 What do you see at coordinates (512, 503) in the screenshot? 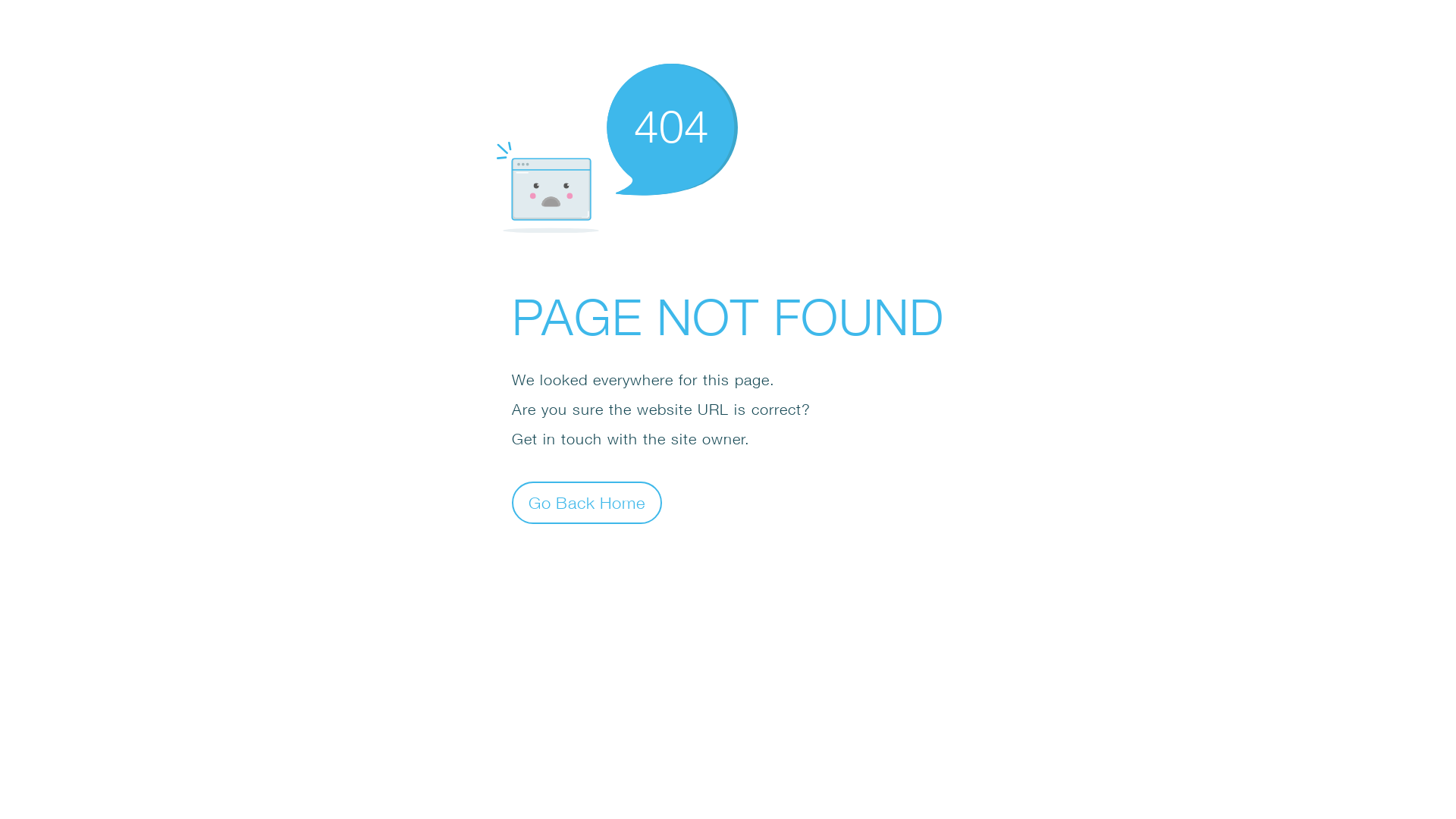
I see `'Go Back Home'` at bounding box center [512, 503].